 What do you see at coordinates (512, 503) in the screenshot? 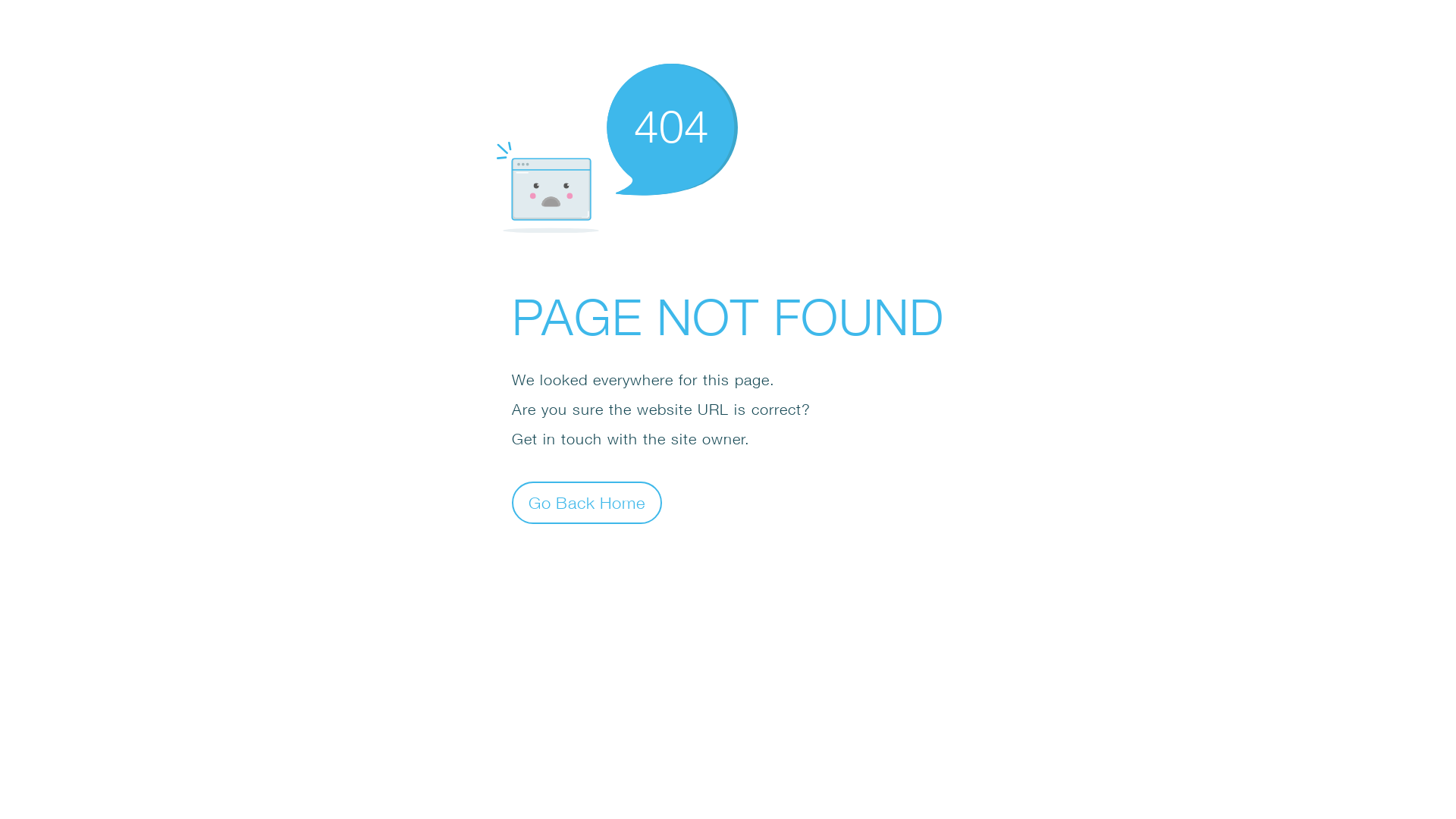
I see `'Go Back Home'` at bounding box center [512, 503].